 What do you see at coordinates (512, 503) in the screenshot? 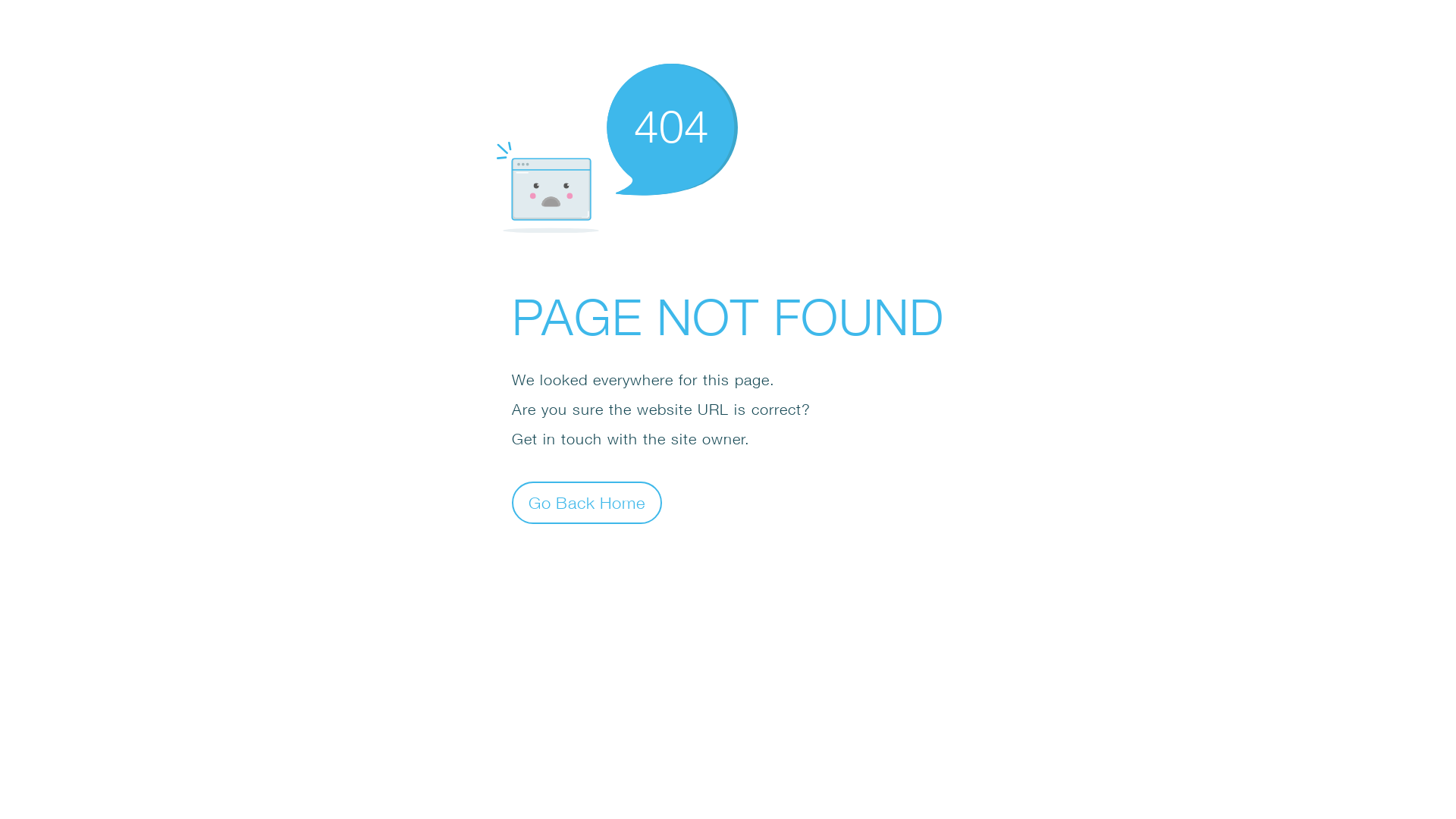
I see `'Go Back Home'` at bounding box center [512, 503].